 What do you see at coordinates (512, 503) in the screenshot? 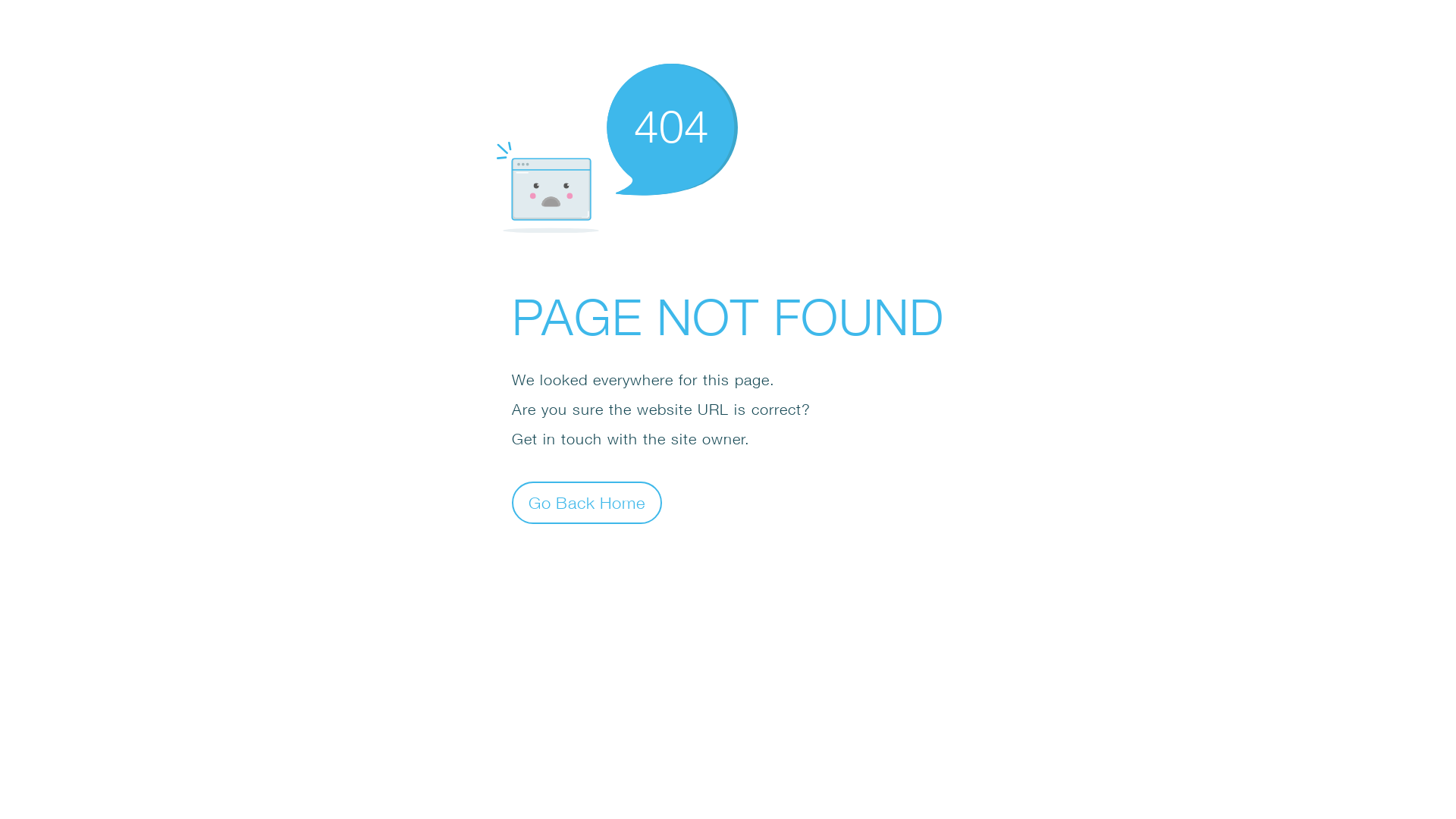
I see `'Go Back Home'` at bounding box center [512, 503].